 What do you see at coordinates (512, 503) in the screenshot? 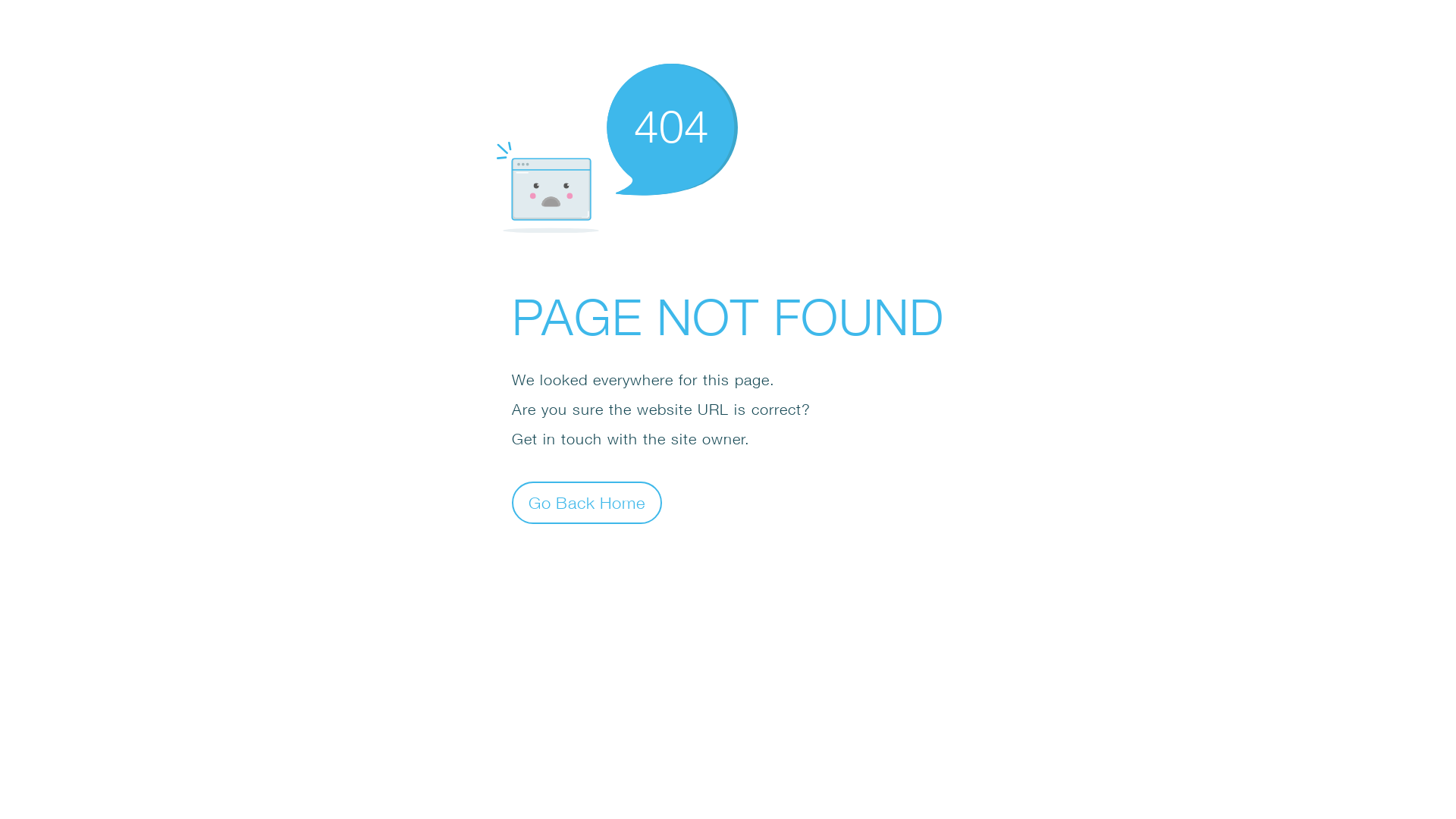
I see `'Go Back Home'` at bounding box center [512, 503].